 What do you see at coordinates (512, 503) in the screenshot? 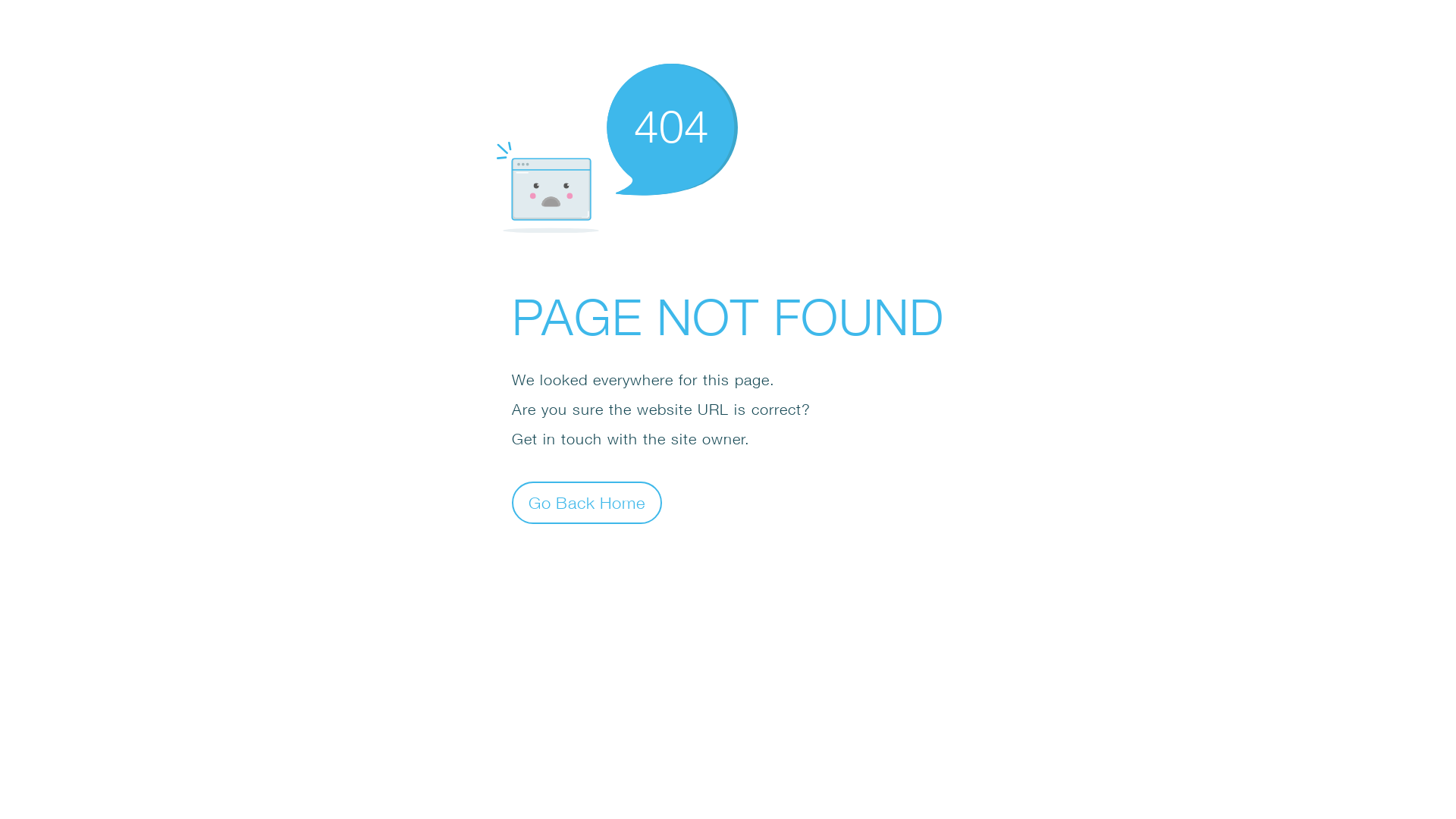
I see `'Go Back Home'` at bounding box center [512, 503].